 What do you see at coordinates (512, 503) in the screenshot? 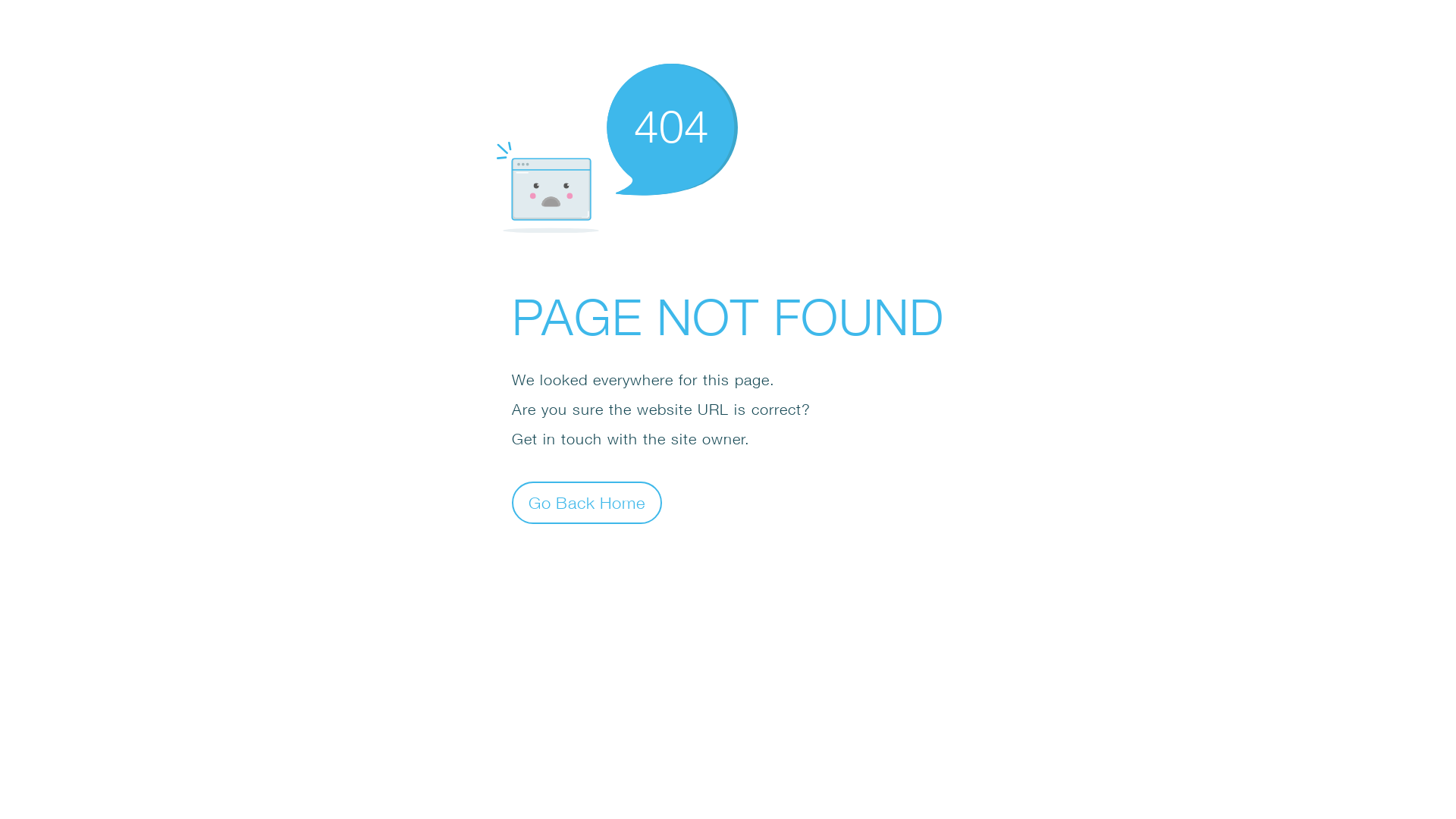
I see `'Go Back Home'` at bounding box center [512, 503].